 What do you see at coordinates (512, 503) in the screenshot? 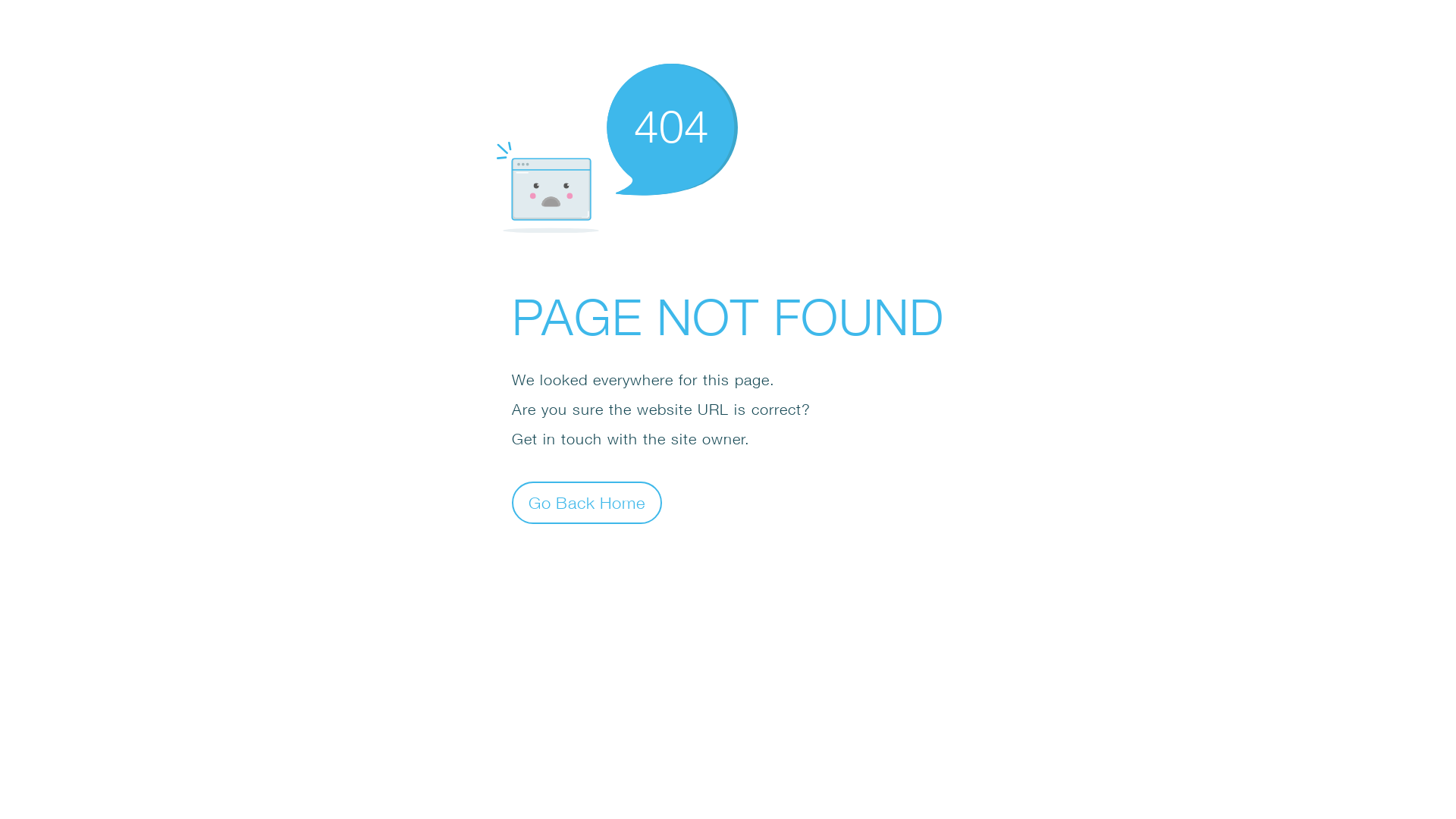
I see `'Go Back Home'` at bounding box center [512, 503].